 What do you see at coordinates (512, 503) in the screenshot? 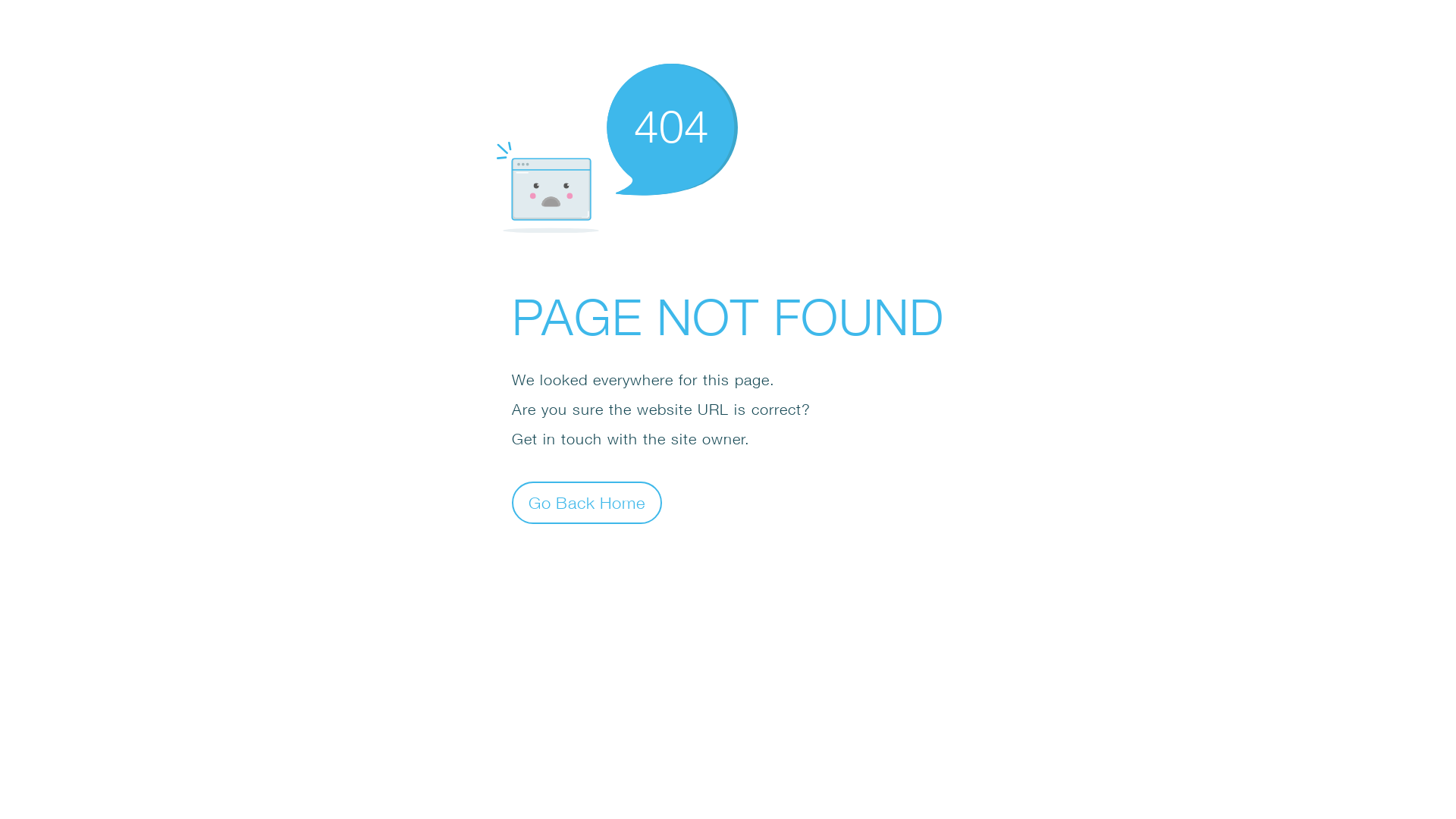
I see `'Go Back Home'` at bounding box center [512, 503].